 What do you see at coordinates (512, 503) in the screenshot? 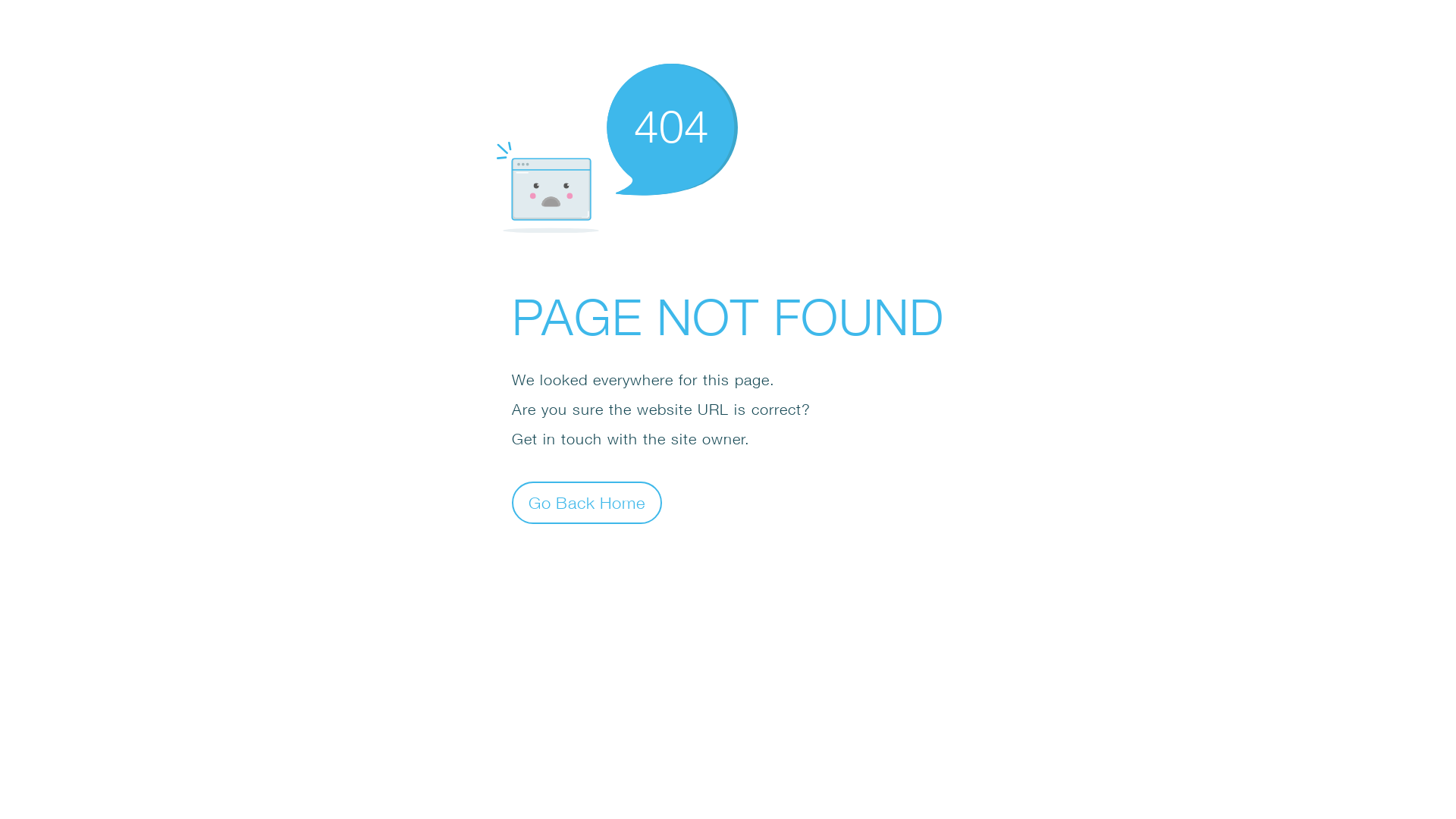
I see `'Go Back Home'` at bounding box center [512, 503].